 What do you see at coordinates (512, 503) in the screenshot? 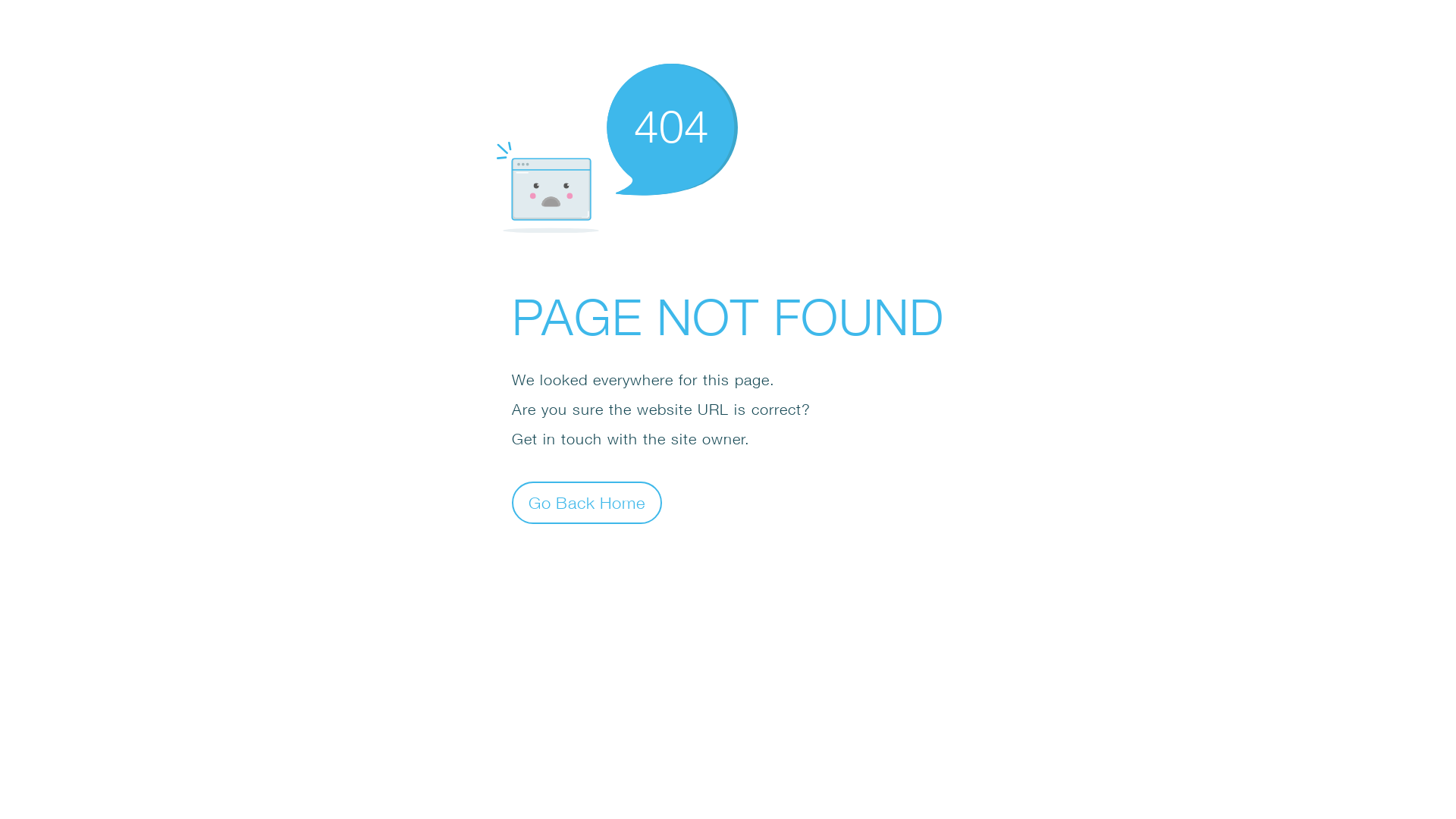
I see `'Go Back Home'` at bounding box center [512, 503].